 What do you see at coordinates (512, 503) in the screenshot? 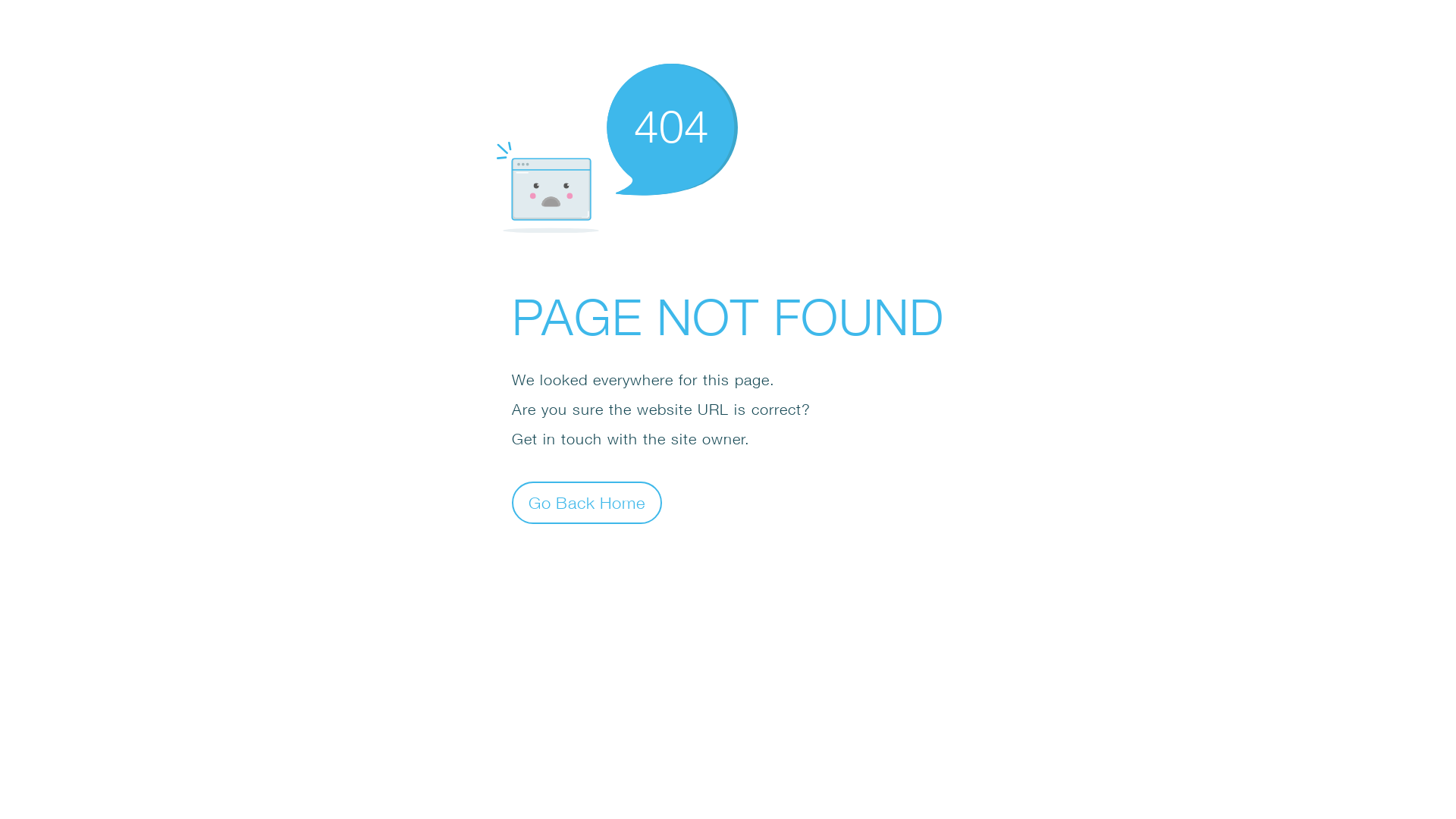
I see `'Go Back Home'` at bounding box center [512, 503].